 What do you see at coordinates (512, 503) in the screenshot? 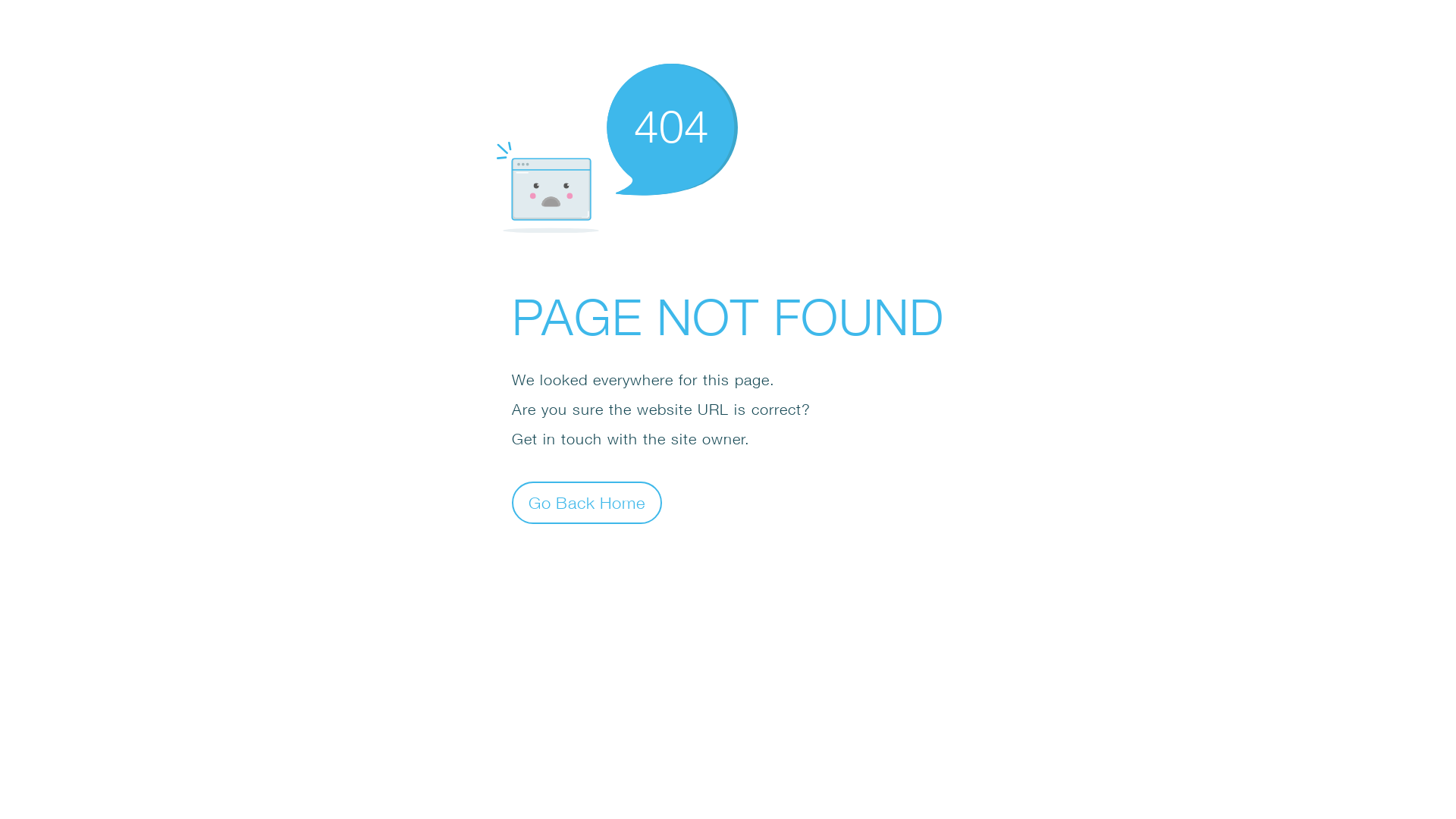
I see `'Go Back Home'` at bounding box center [512, 503].